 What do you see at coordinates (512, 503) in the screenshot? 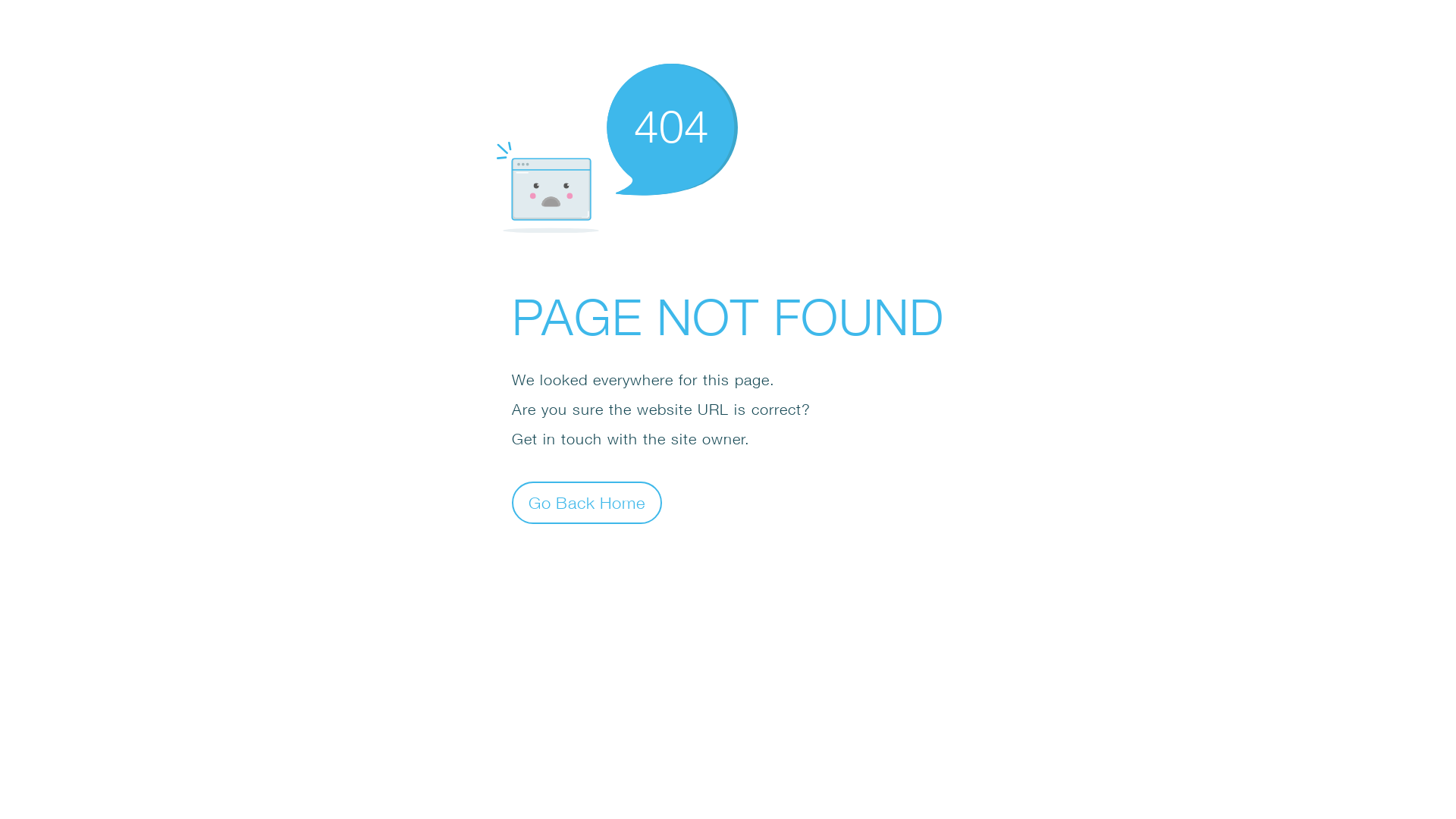
I see `'Go Back Home'` at bounding box center [512, 503].